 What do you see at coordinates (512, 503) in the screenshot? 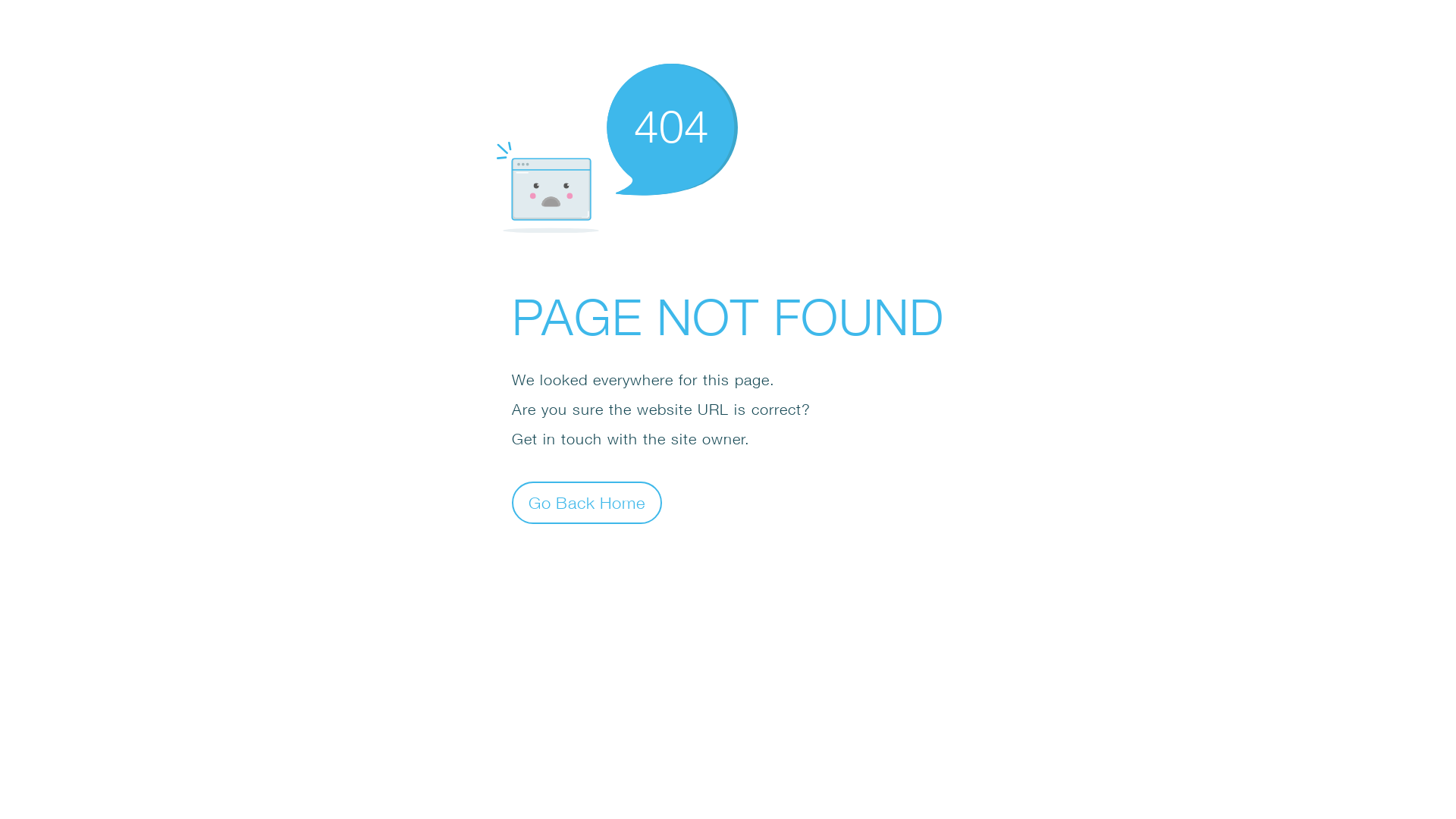
I see `'Go Back Home'` at bounding box center [512, 503].